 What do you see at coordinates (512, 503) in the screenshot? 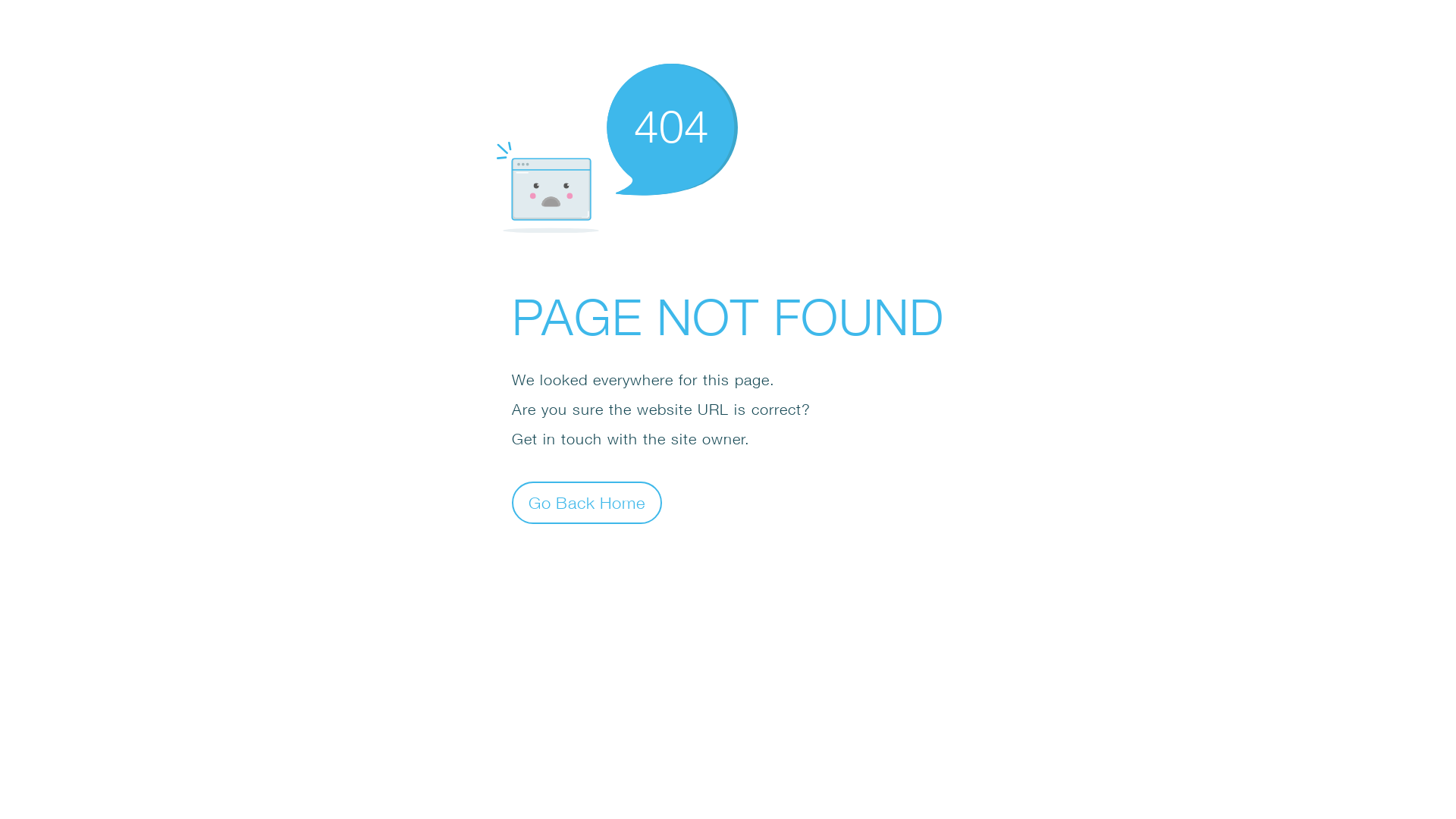
I see `'Go Back Home'` at bounding box center [512, 503].